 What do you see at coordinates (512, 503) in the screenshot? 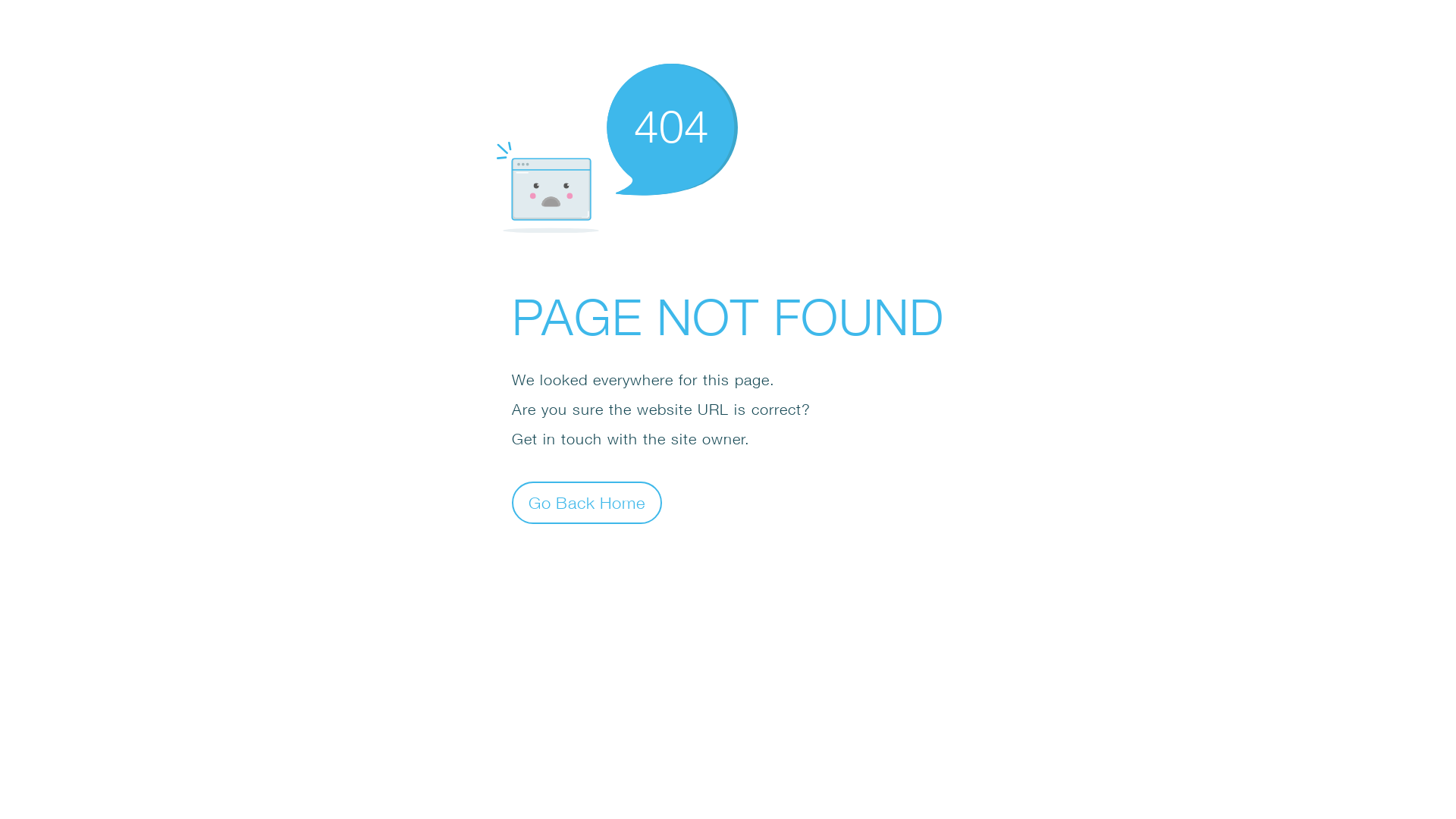
I see `'Go Back Home'` at bounding box center [512, 503].